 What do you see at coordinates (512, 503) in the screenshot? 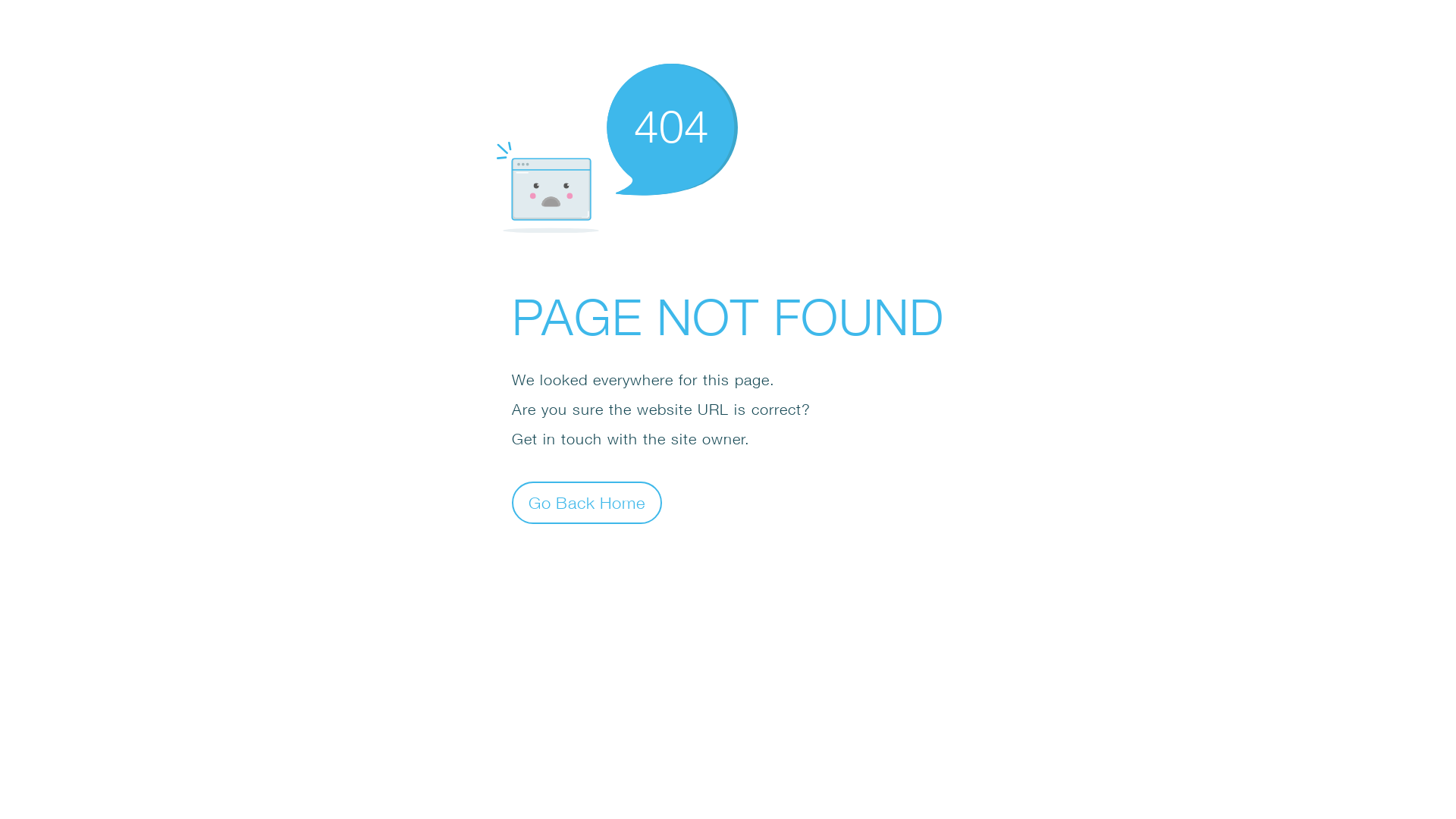
I see `'Go Back Home'` at bounding box center [512, 503].